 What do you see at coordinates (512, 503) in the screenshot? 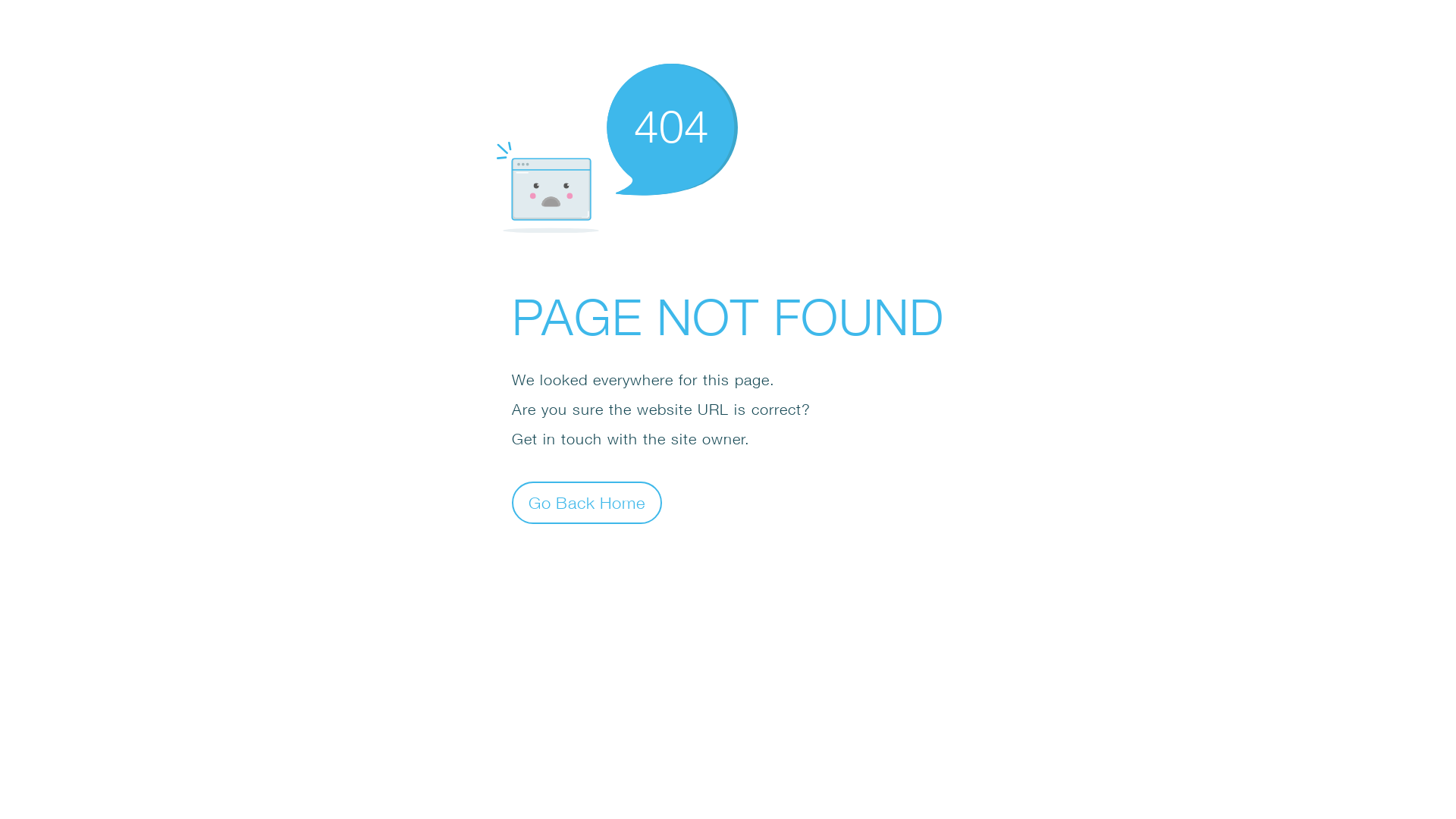
I see `'Go Back Home'` at bounding box center [512, 503].